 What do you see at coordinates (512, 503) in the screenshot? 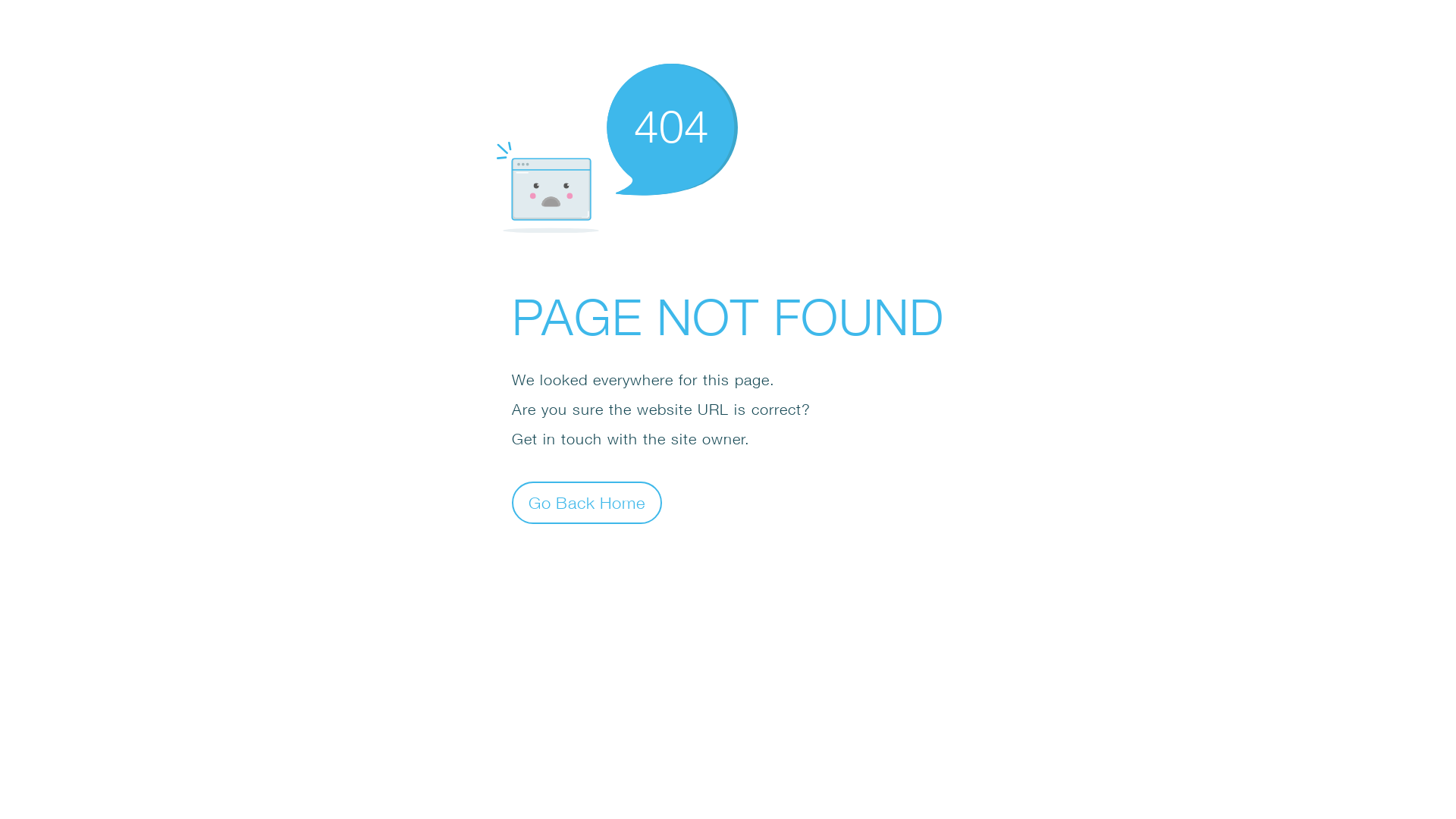
I see `'Go Back Home'` at bounding box center [512, 503].